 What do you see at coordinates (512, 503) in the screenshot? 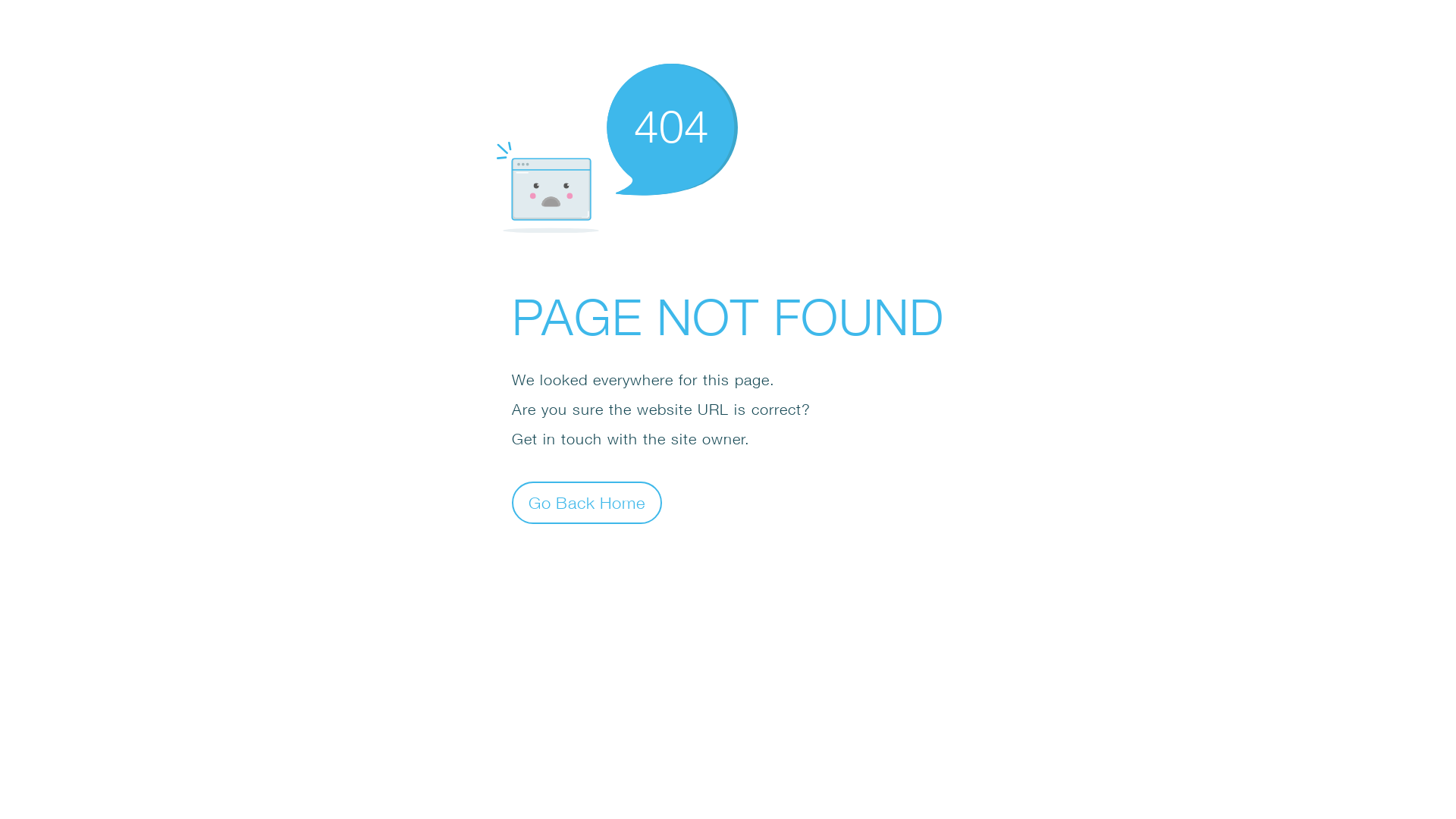
I see `'Go Back Home'` at bounding box center [512, 503].